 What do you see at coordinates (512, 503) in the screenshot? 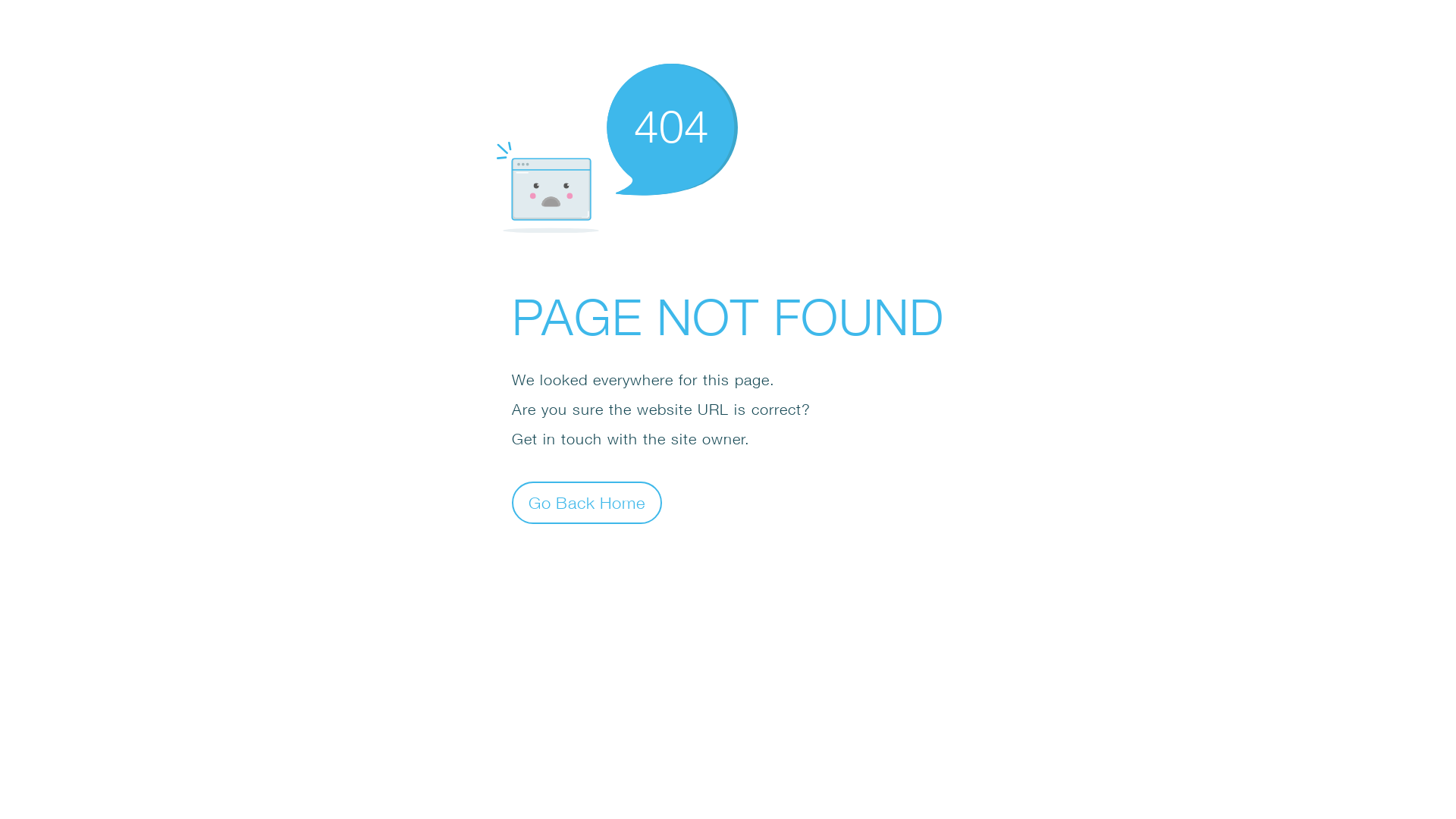
I see `'Go Back Home'` at bounding box center [512, 503].